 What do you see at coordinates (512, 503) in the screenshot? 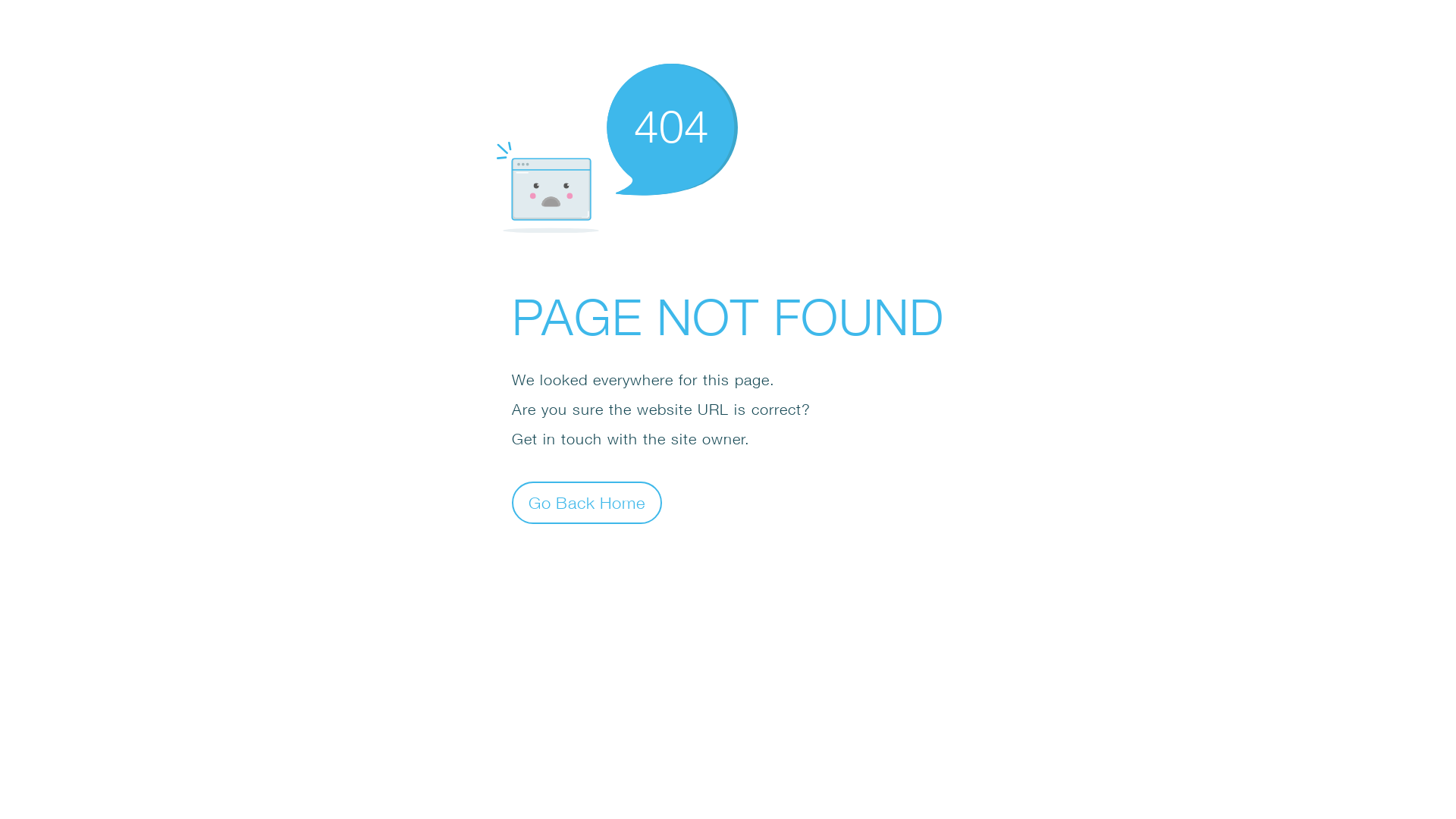
I see `'Go Back Home'` at bounding box center [512, 503].